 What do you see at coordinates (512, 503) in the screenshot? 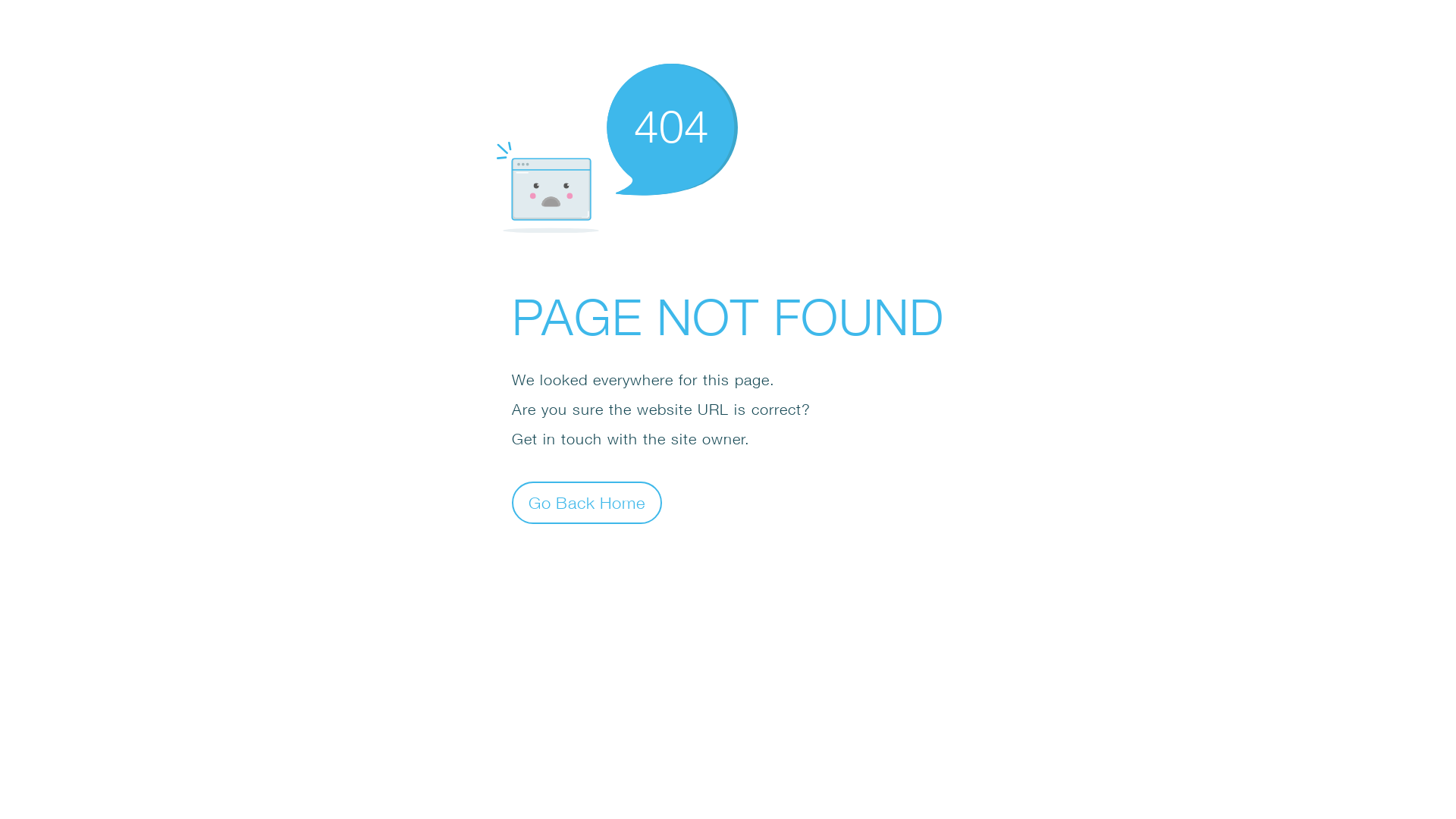
I see `'Go Back Home'` at bounding box center [512, 503].